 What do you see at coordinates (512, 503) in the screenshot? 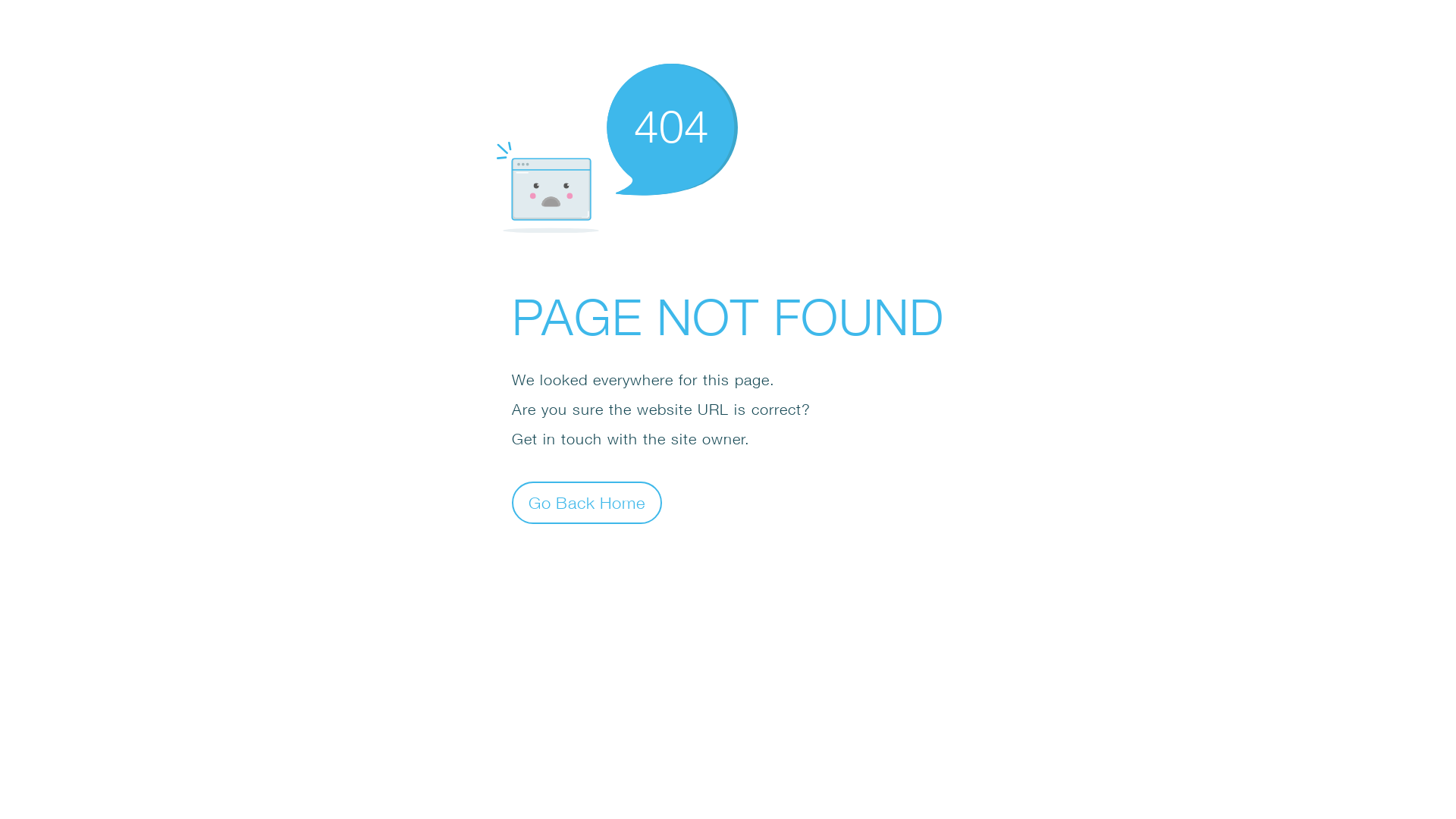
I see `'Go Back Home'` at bounding box center [512, 503].